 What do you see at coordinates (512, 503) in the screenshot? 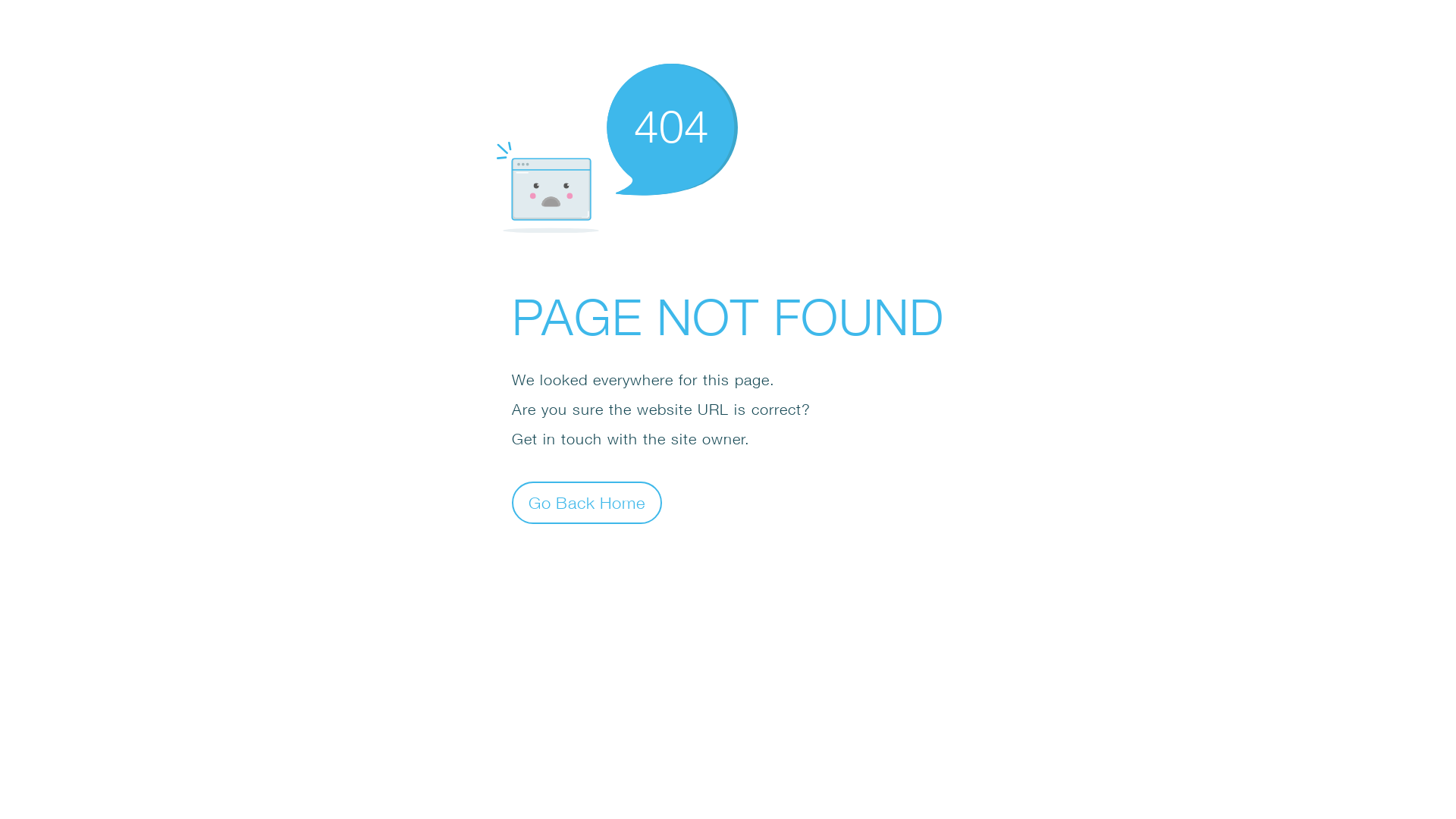
I see `'Go Back Home'` at bounding box center [512, 503].